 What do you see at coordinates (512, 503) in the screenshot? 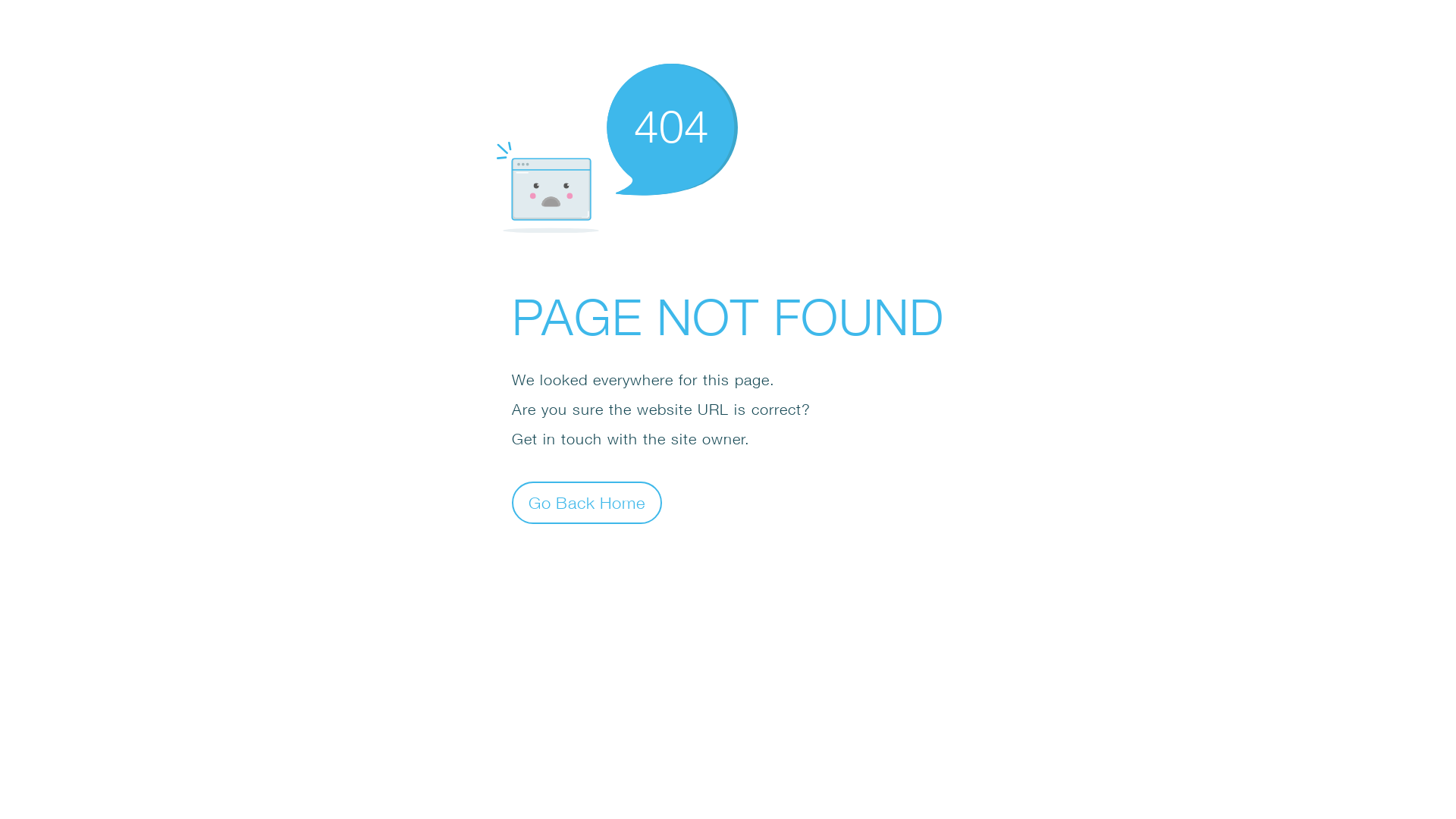
I see `'Go Back Home'` at bounding box center [512, 503].